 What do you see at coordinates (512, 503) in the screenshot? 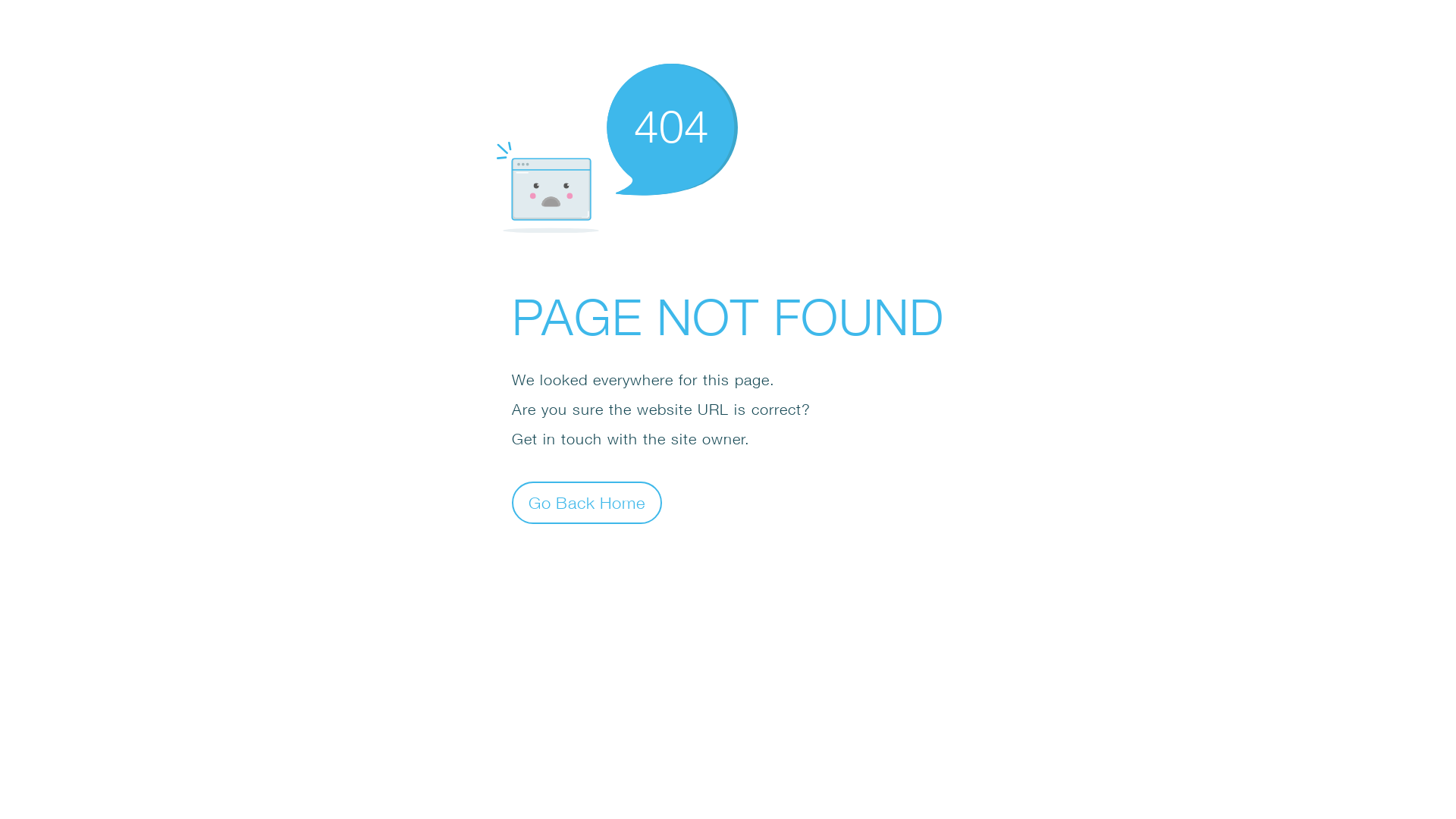
I see `'Go Back Home'` at bounding box center [512, 503].